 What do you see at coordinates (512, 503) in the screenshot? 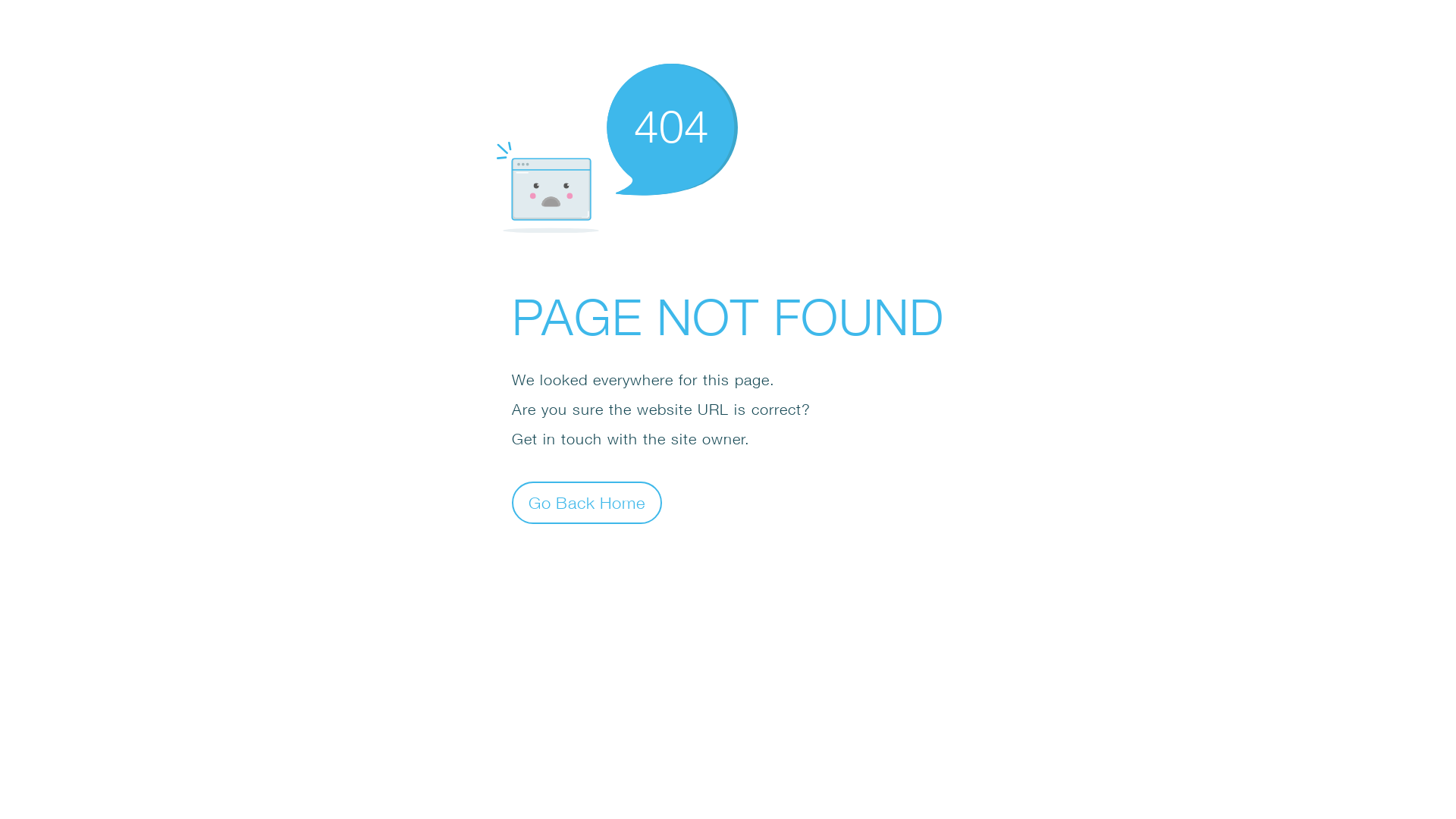
I see `'Go Back Home'` at bounding box center [512, 503].